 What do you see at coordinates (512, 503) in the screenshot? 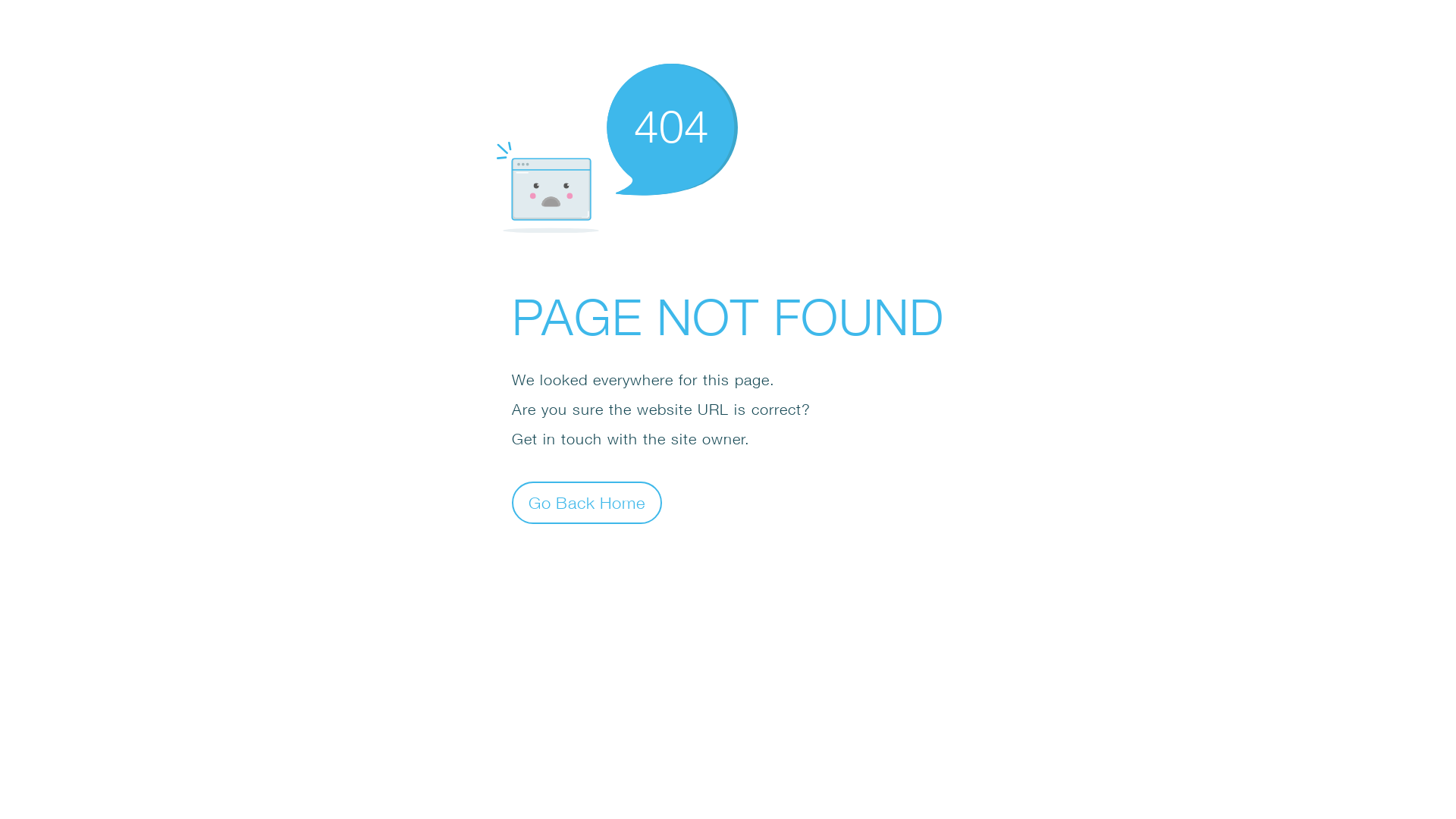
I see `'Go Back Home'` at bounding box center [512, 503].